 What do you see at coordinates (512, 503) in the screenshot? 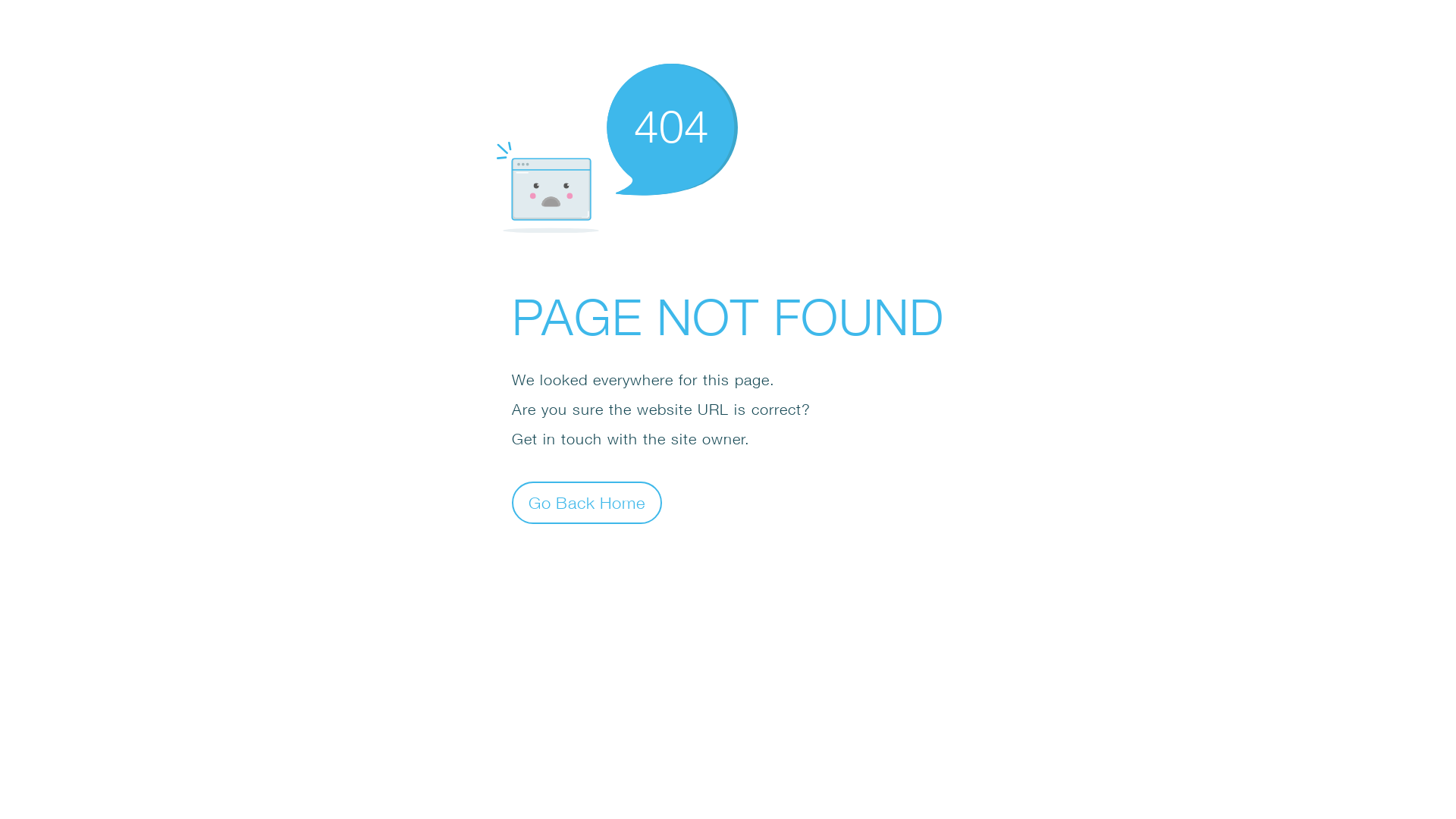
I see `'Go Back Home'` at bounding box center [512, 503].